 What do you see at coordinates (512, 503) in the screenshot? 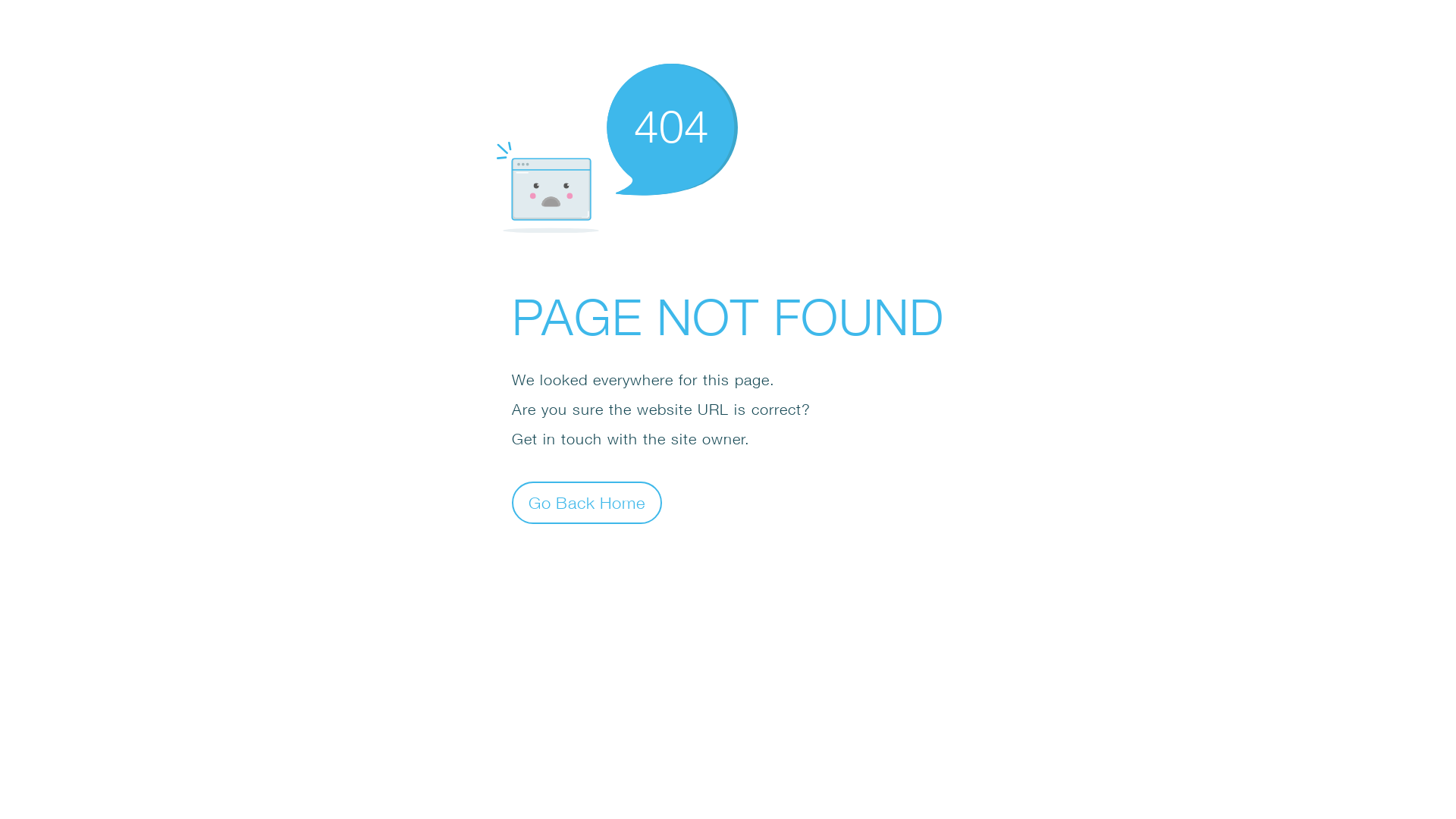
I see `'Go Back Home'` at bounding box center [512, 503].